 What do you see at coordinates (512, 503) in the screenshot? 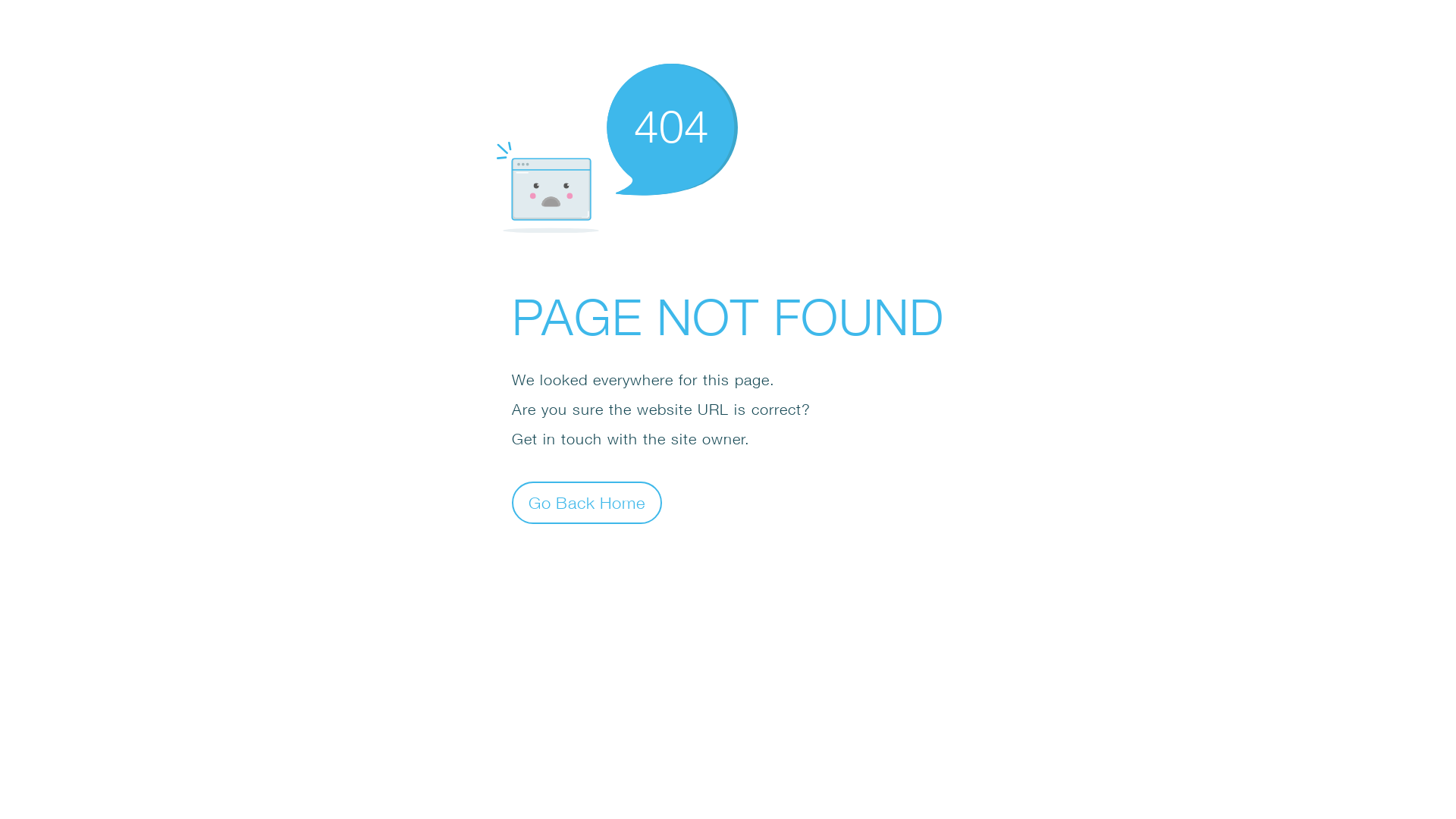
I see `'Go Back Home'` at bounding box center [512, 503].